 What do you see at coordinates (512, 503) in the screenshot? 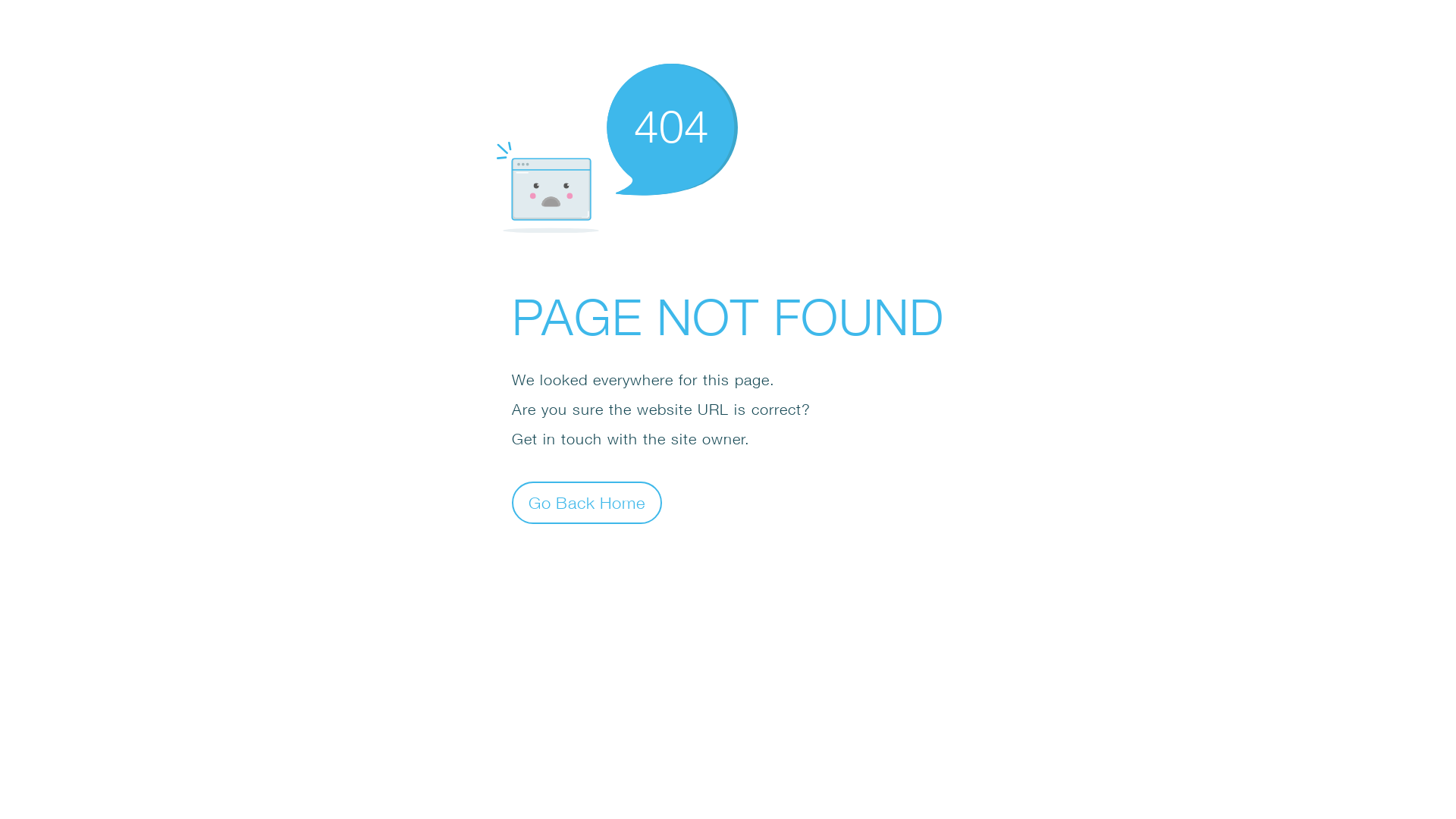
I see `'Go Back Home'` at bounding box center [512, 503].